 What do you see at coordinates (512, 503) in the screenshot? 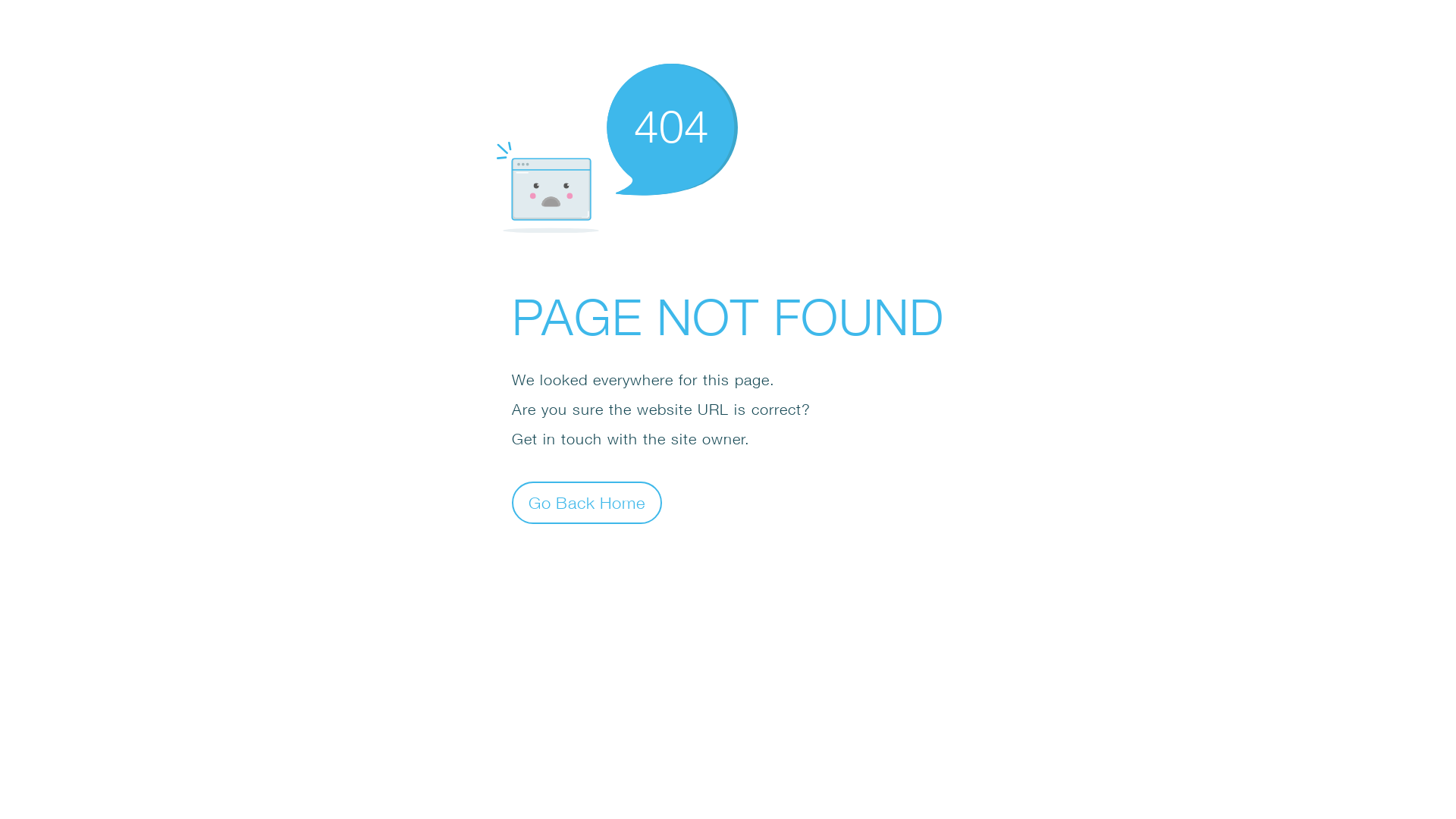
I see `'Go Back Home'` at bounding box center [512, 503].